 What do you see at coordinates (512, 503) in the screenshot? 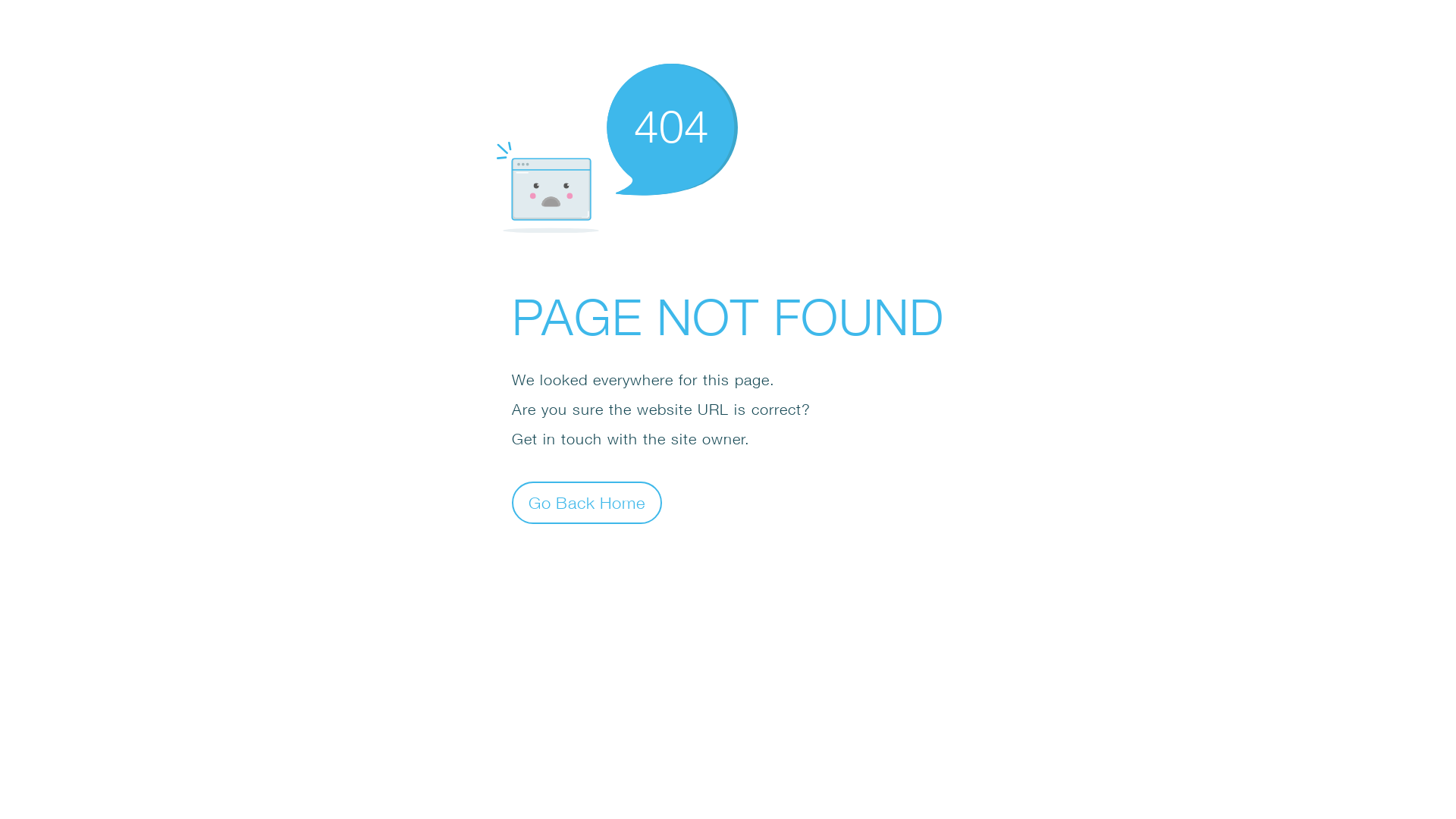
I see `'Go Back Home'` at bounding box center [512, 503].